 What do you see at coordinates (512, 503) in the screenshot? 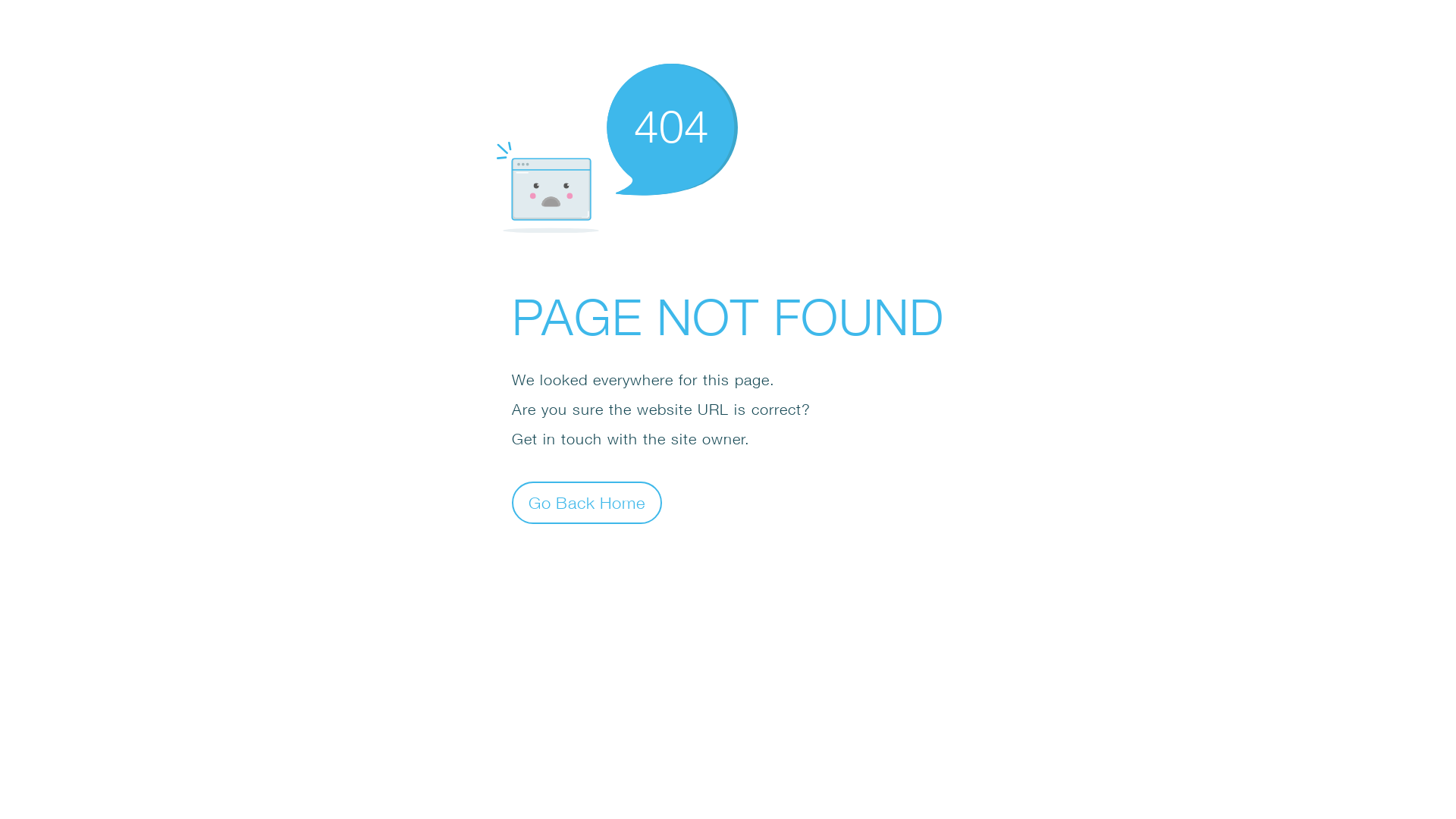
I see `'Go Back Home'` at bounding box center [512, 503].